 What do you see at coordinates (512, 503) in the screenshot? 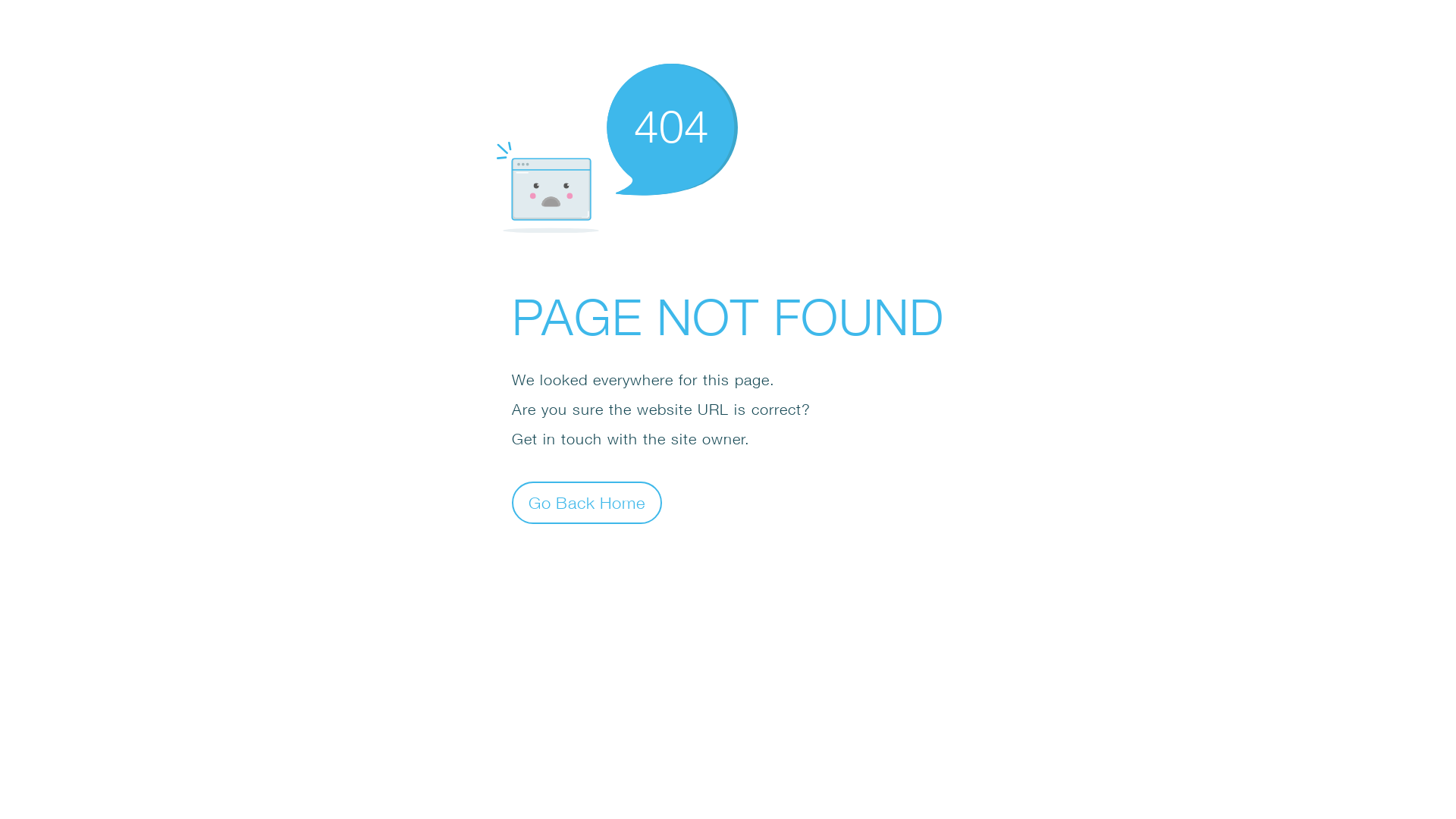
I see `'Go Back Home'` at bounding box center [512, 503].